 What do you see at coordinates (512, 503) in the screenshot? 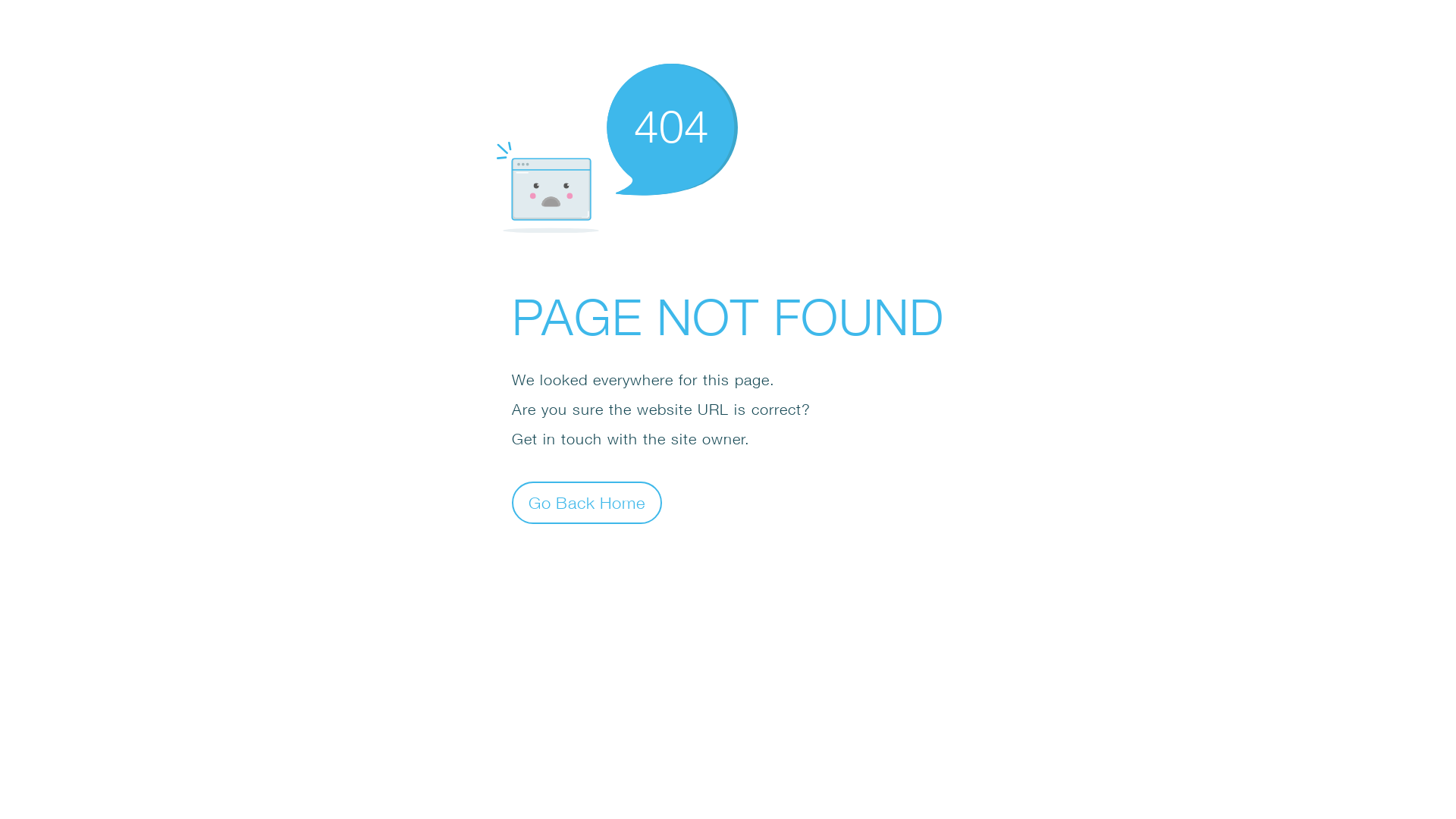
I see `'Go Back Home'` at bounding box center [512, 503].